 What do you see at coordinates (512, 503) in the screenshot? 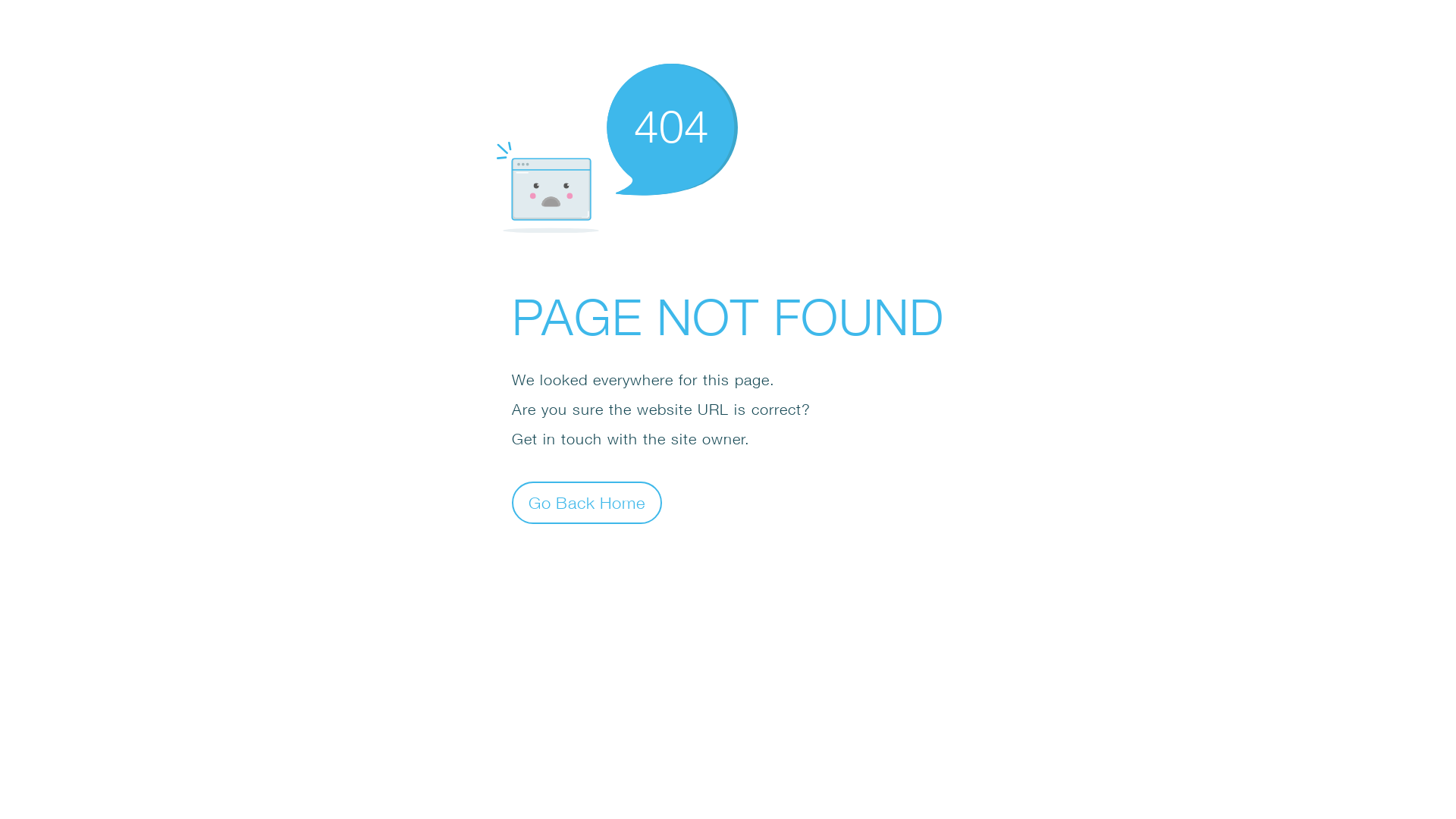
I see `'Go Back Home'` at bounding box center [512, 503].